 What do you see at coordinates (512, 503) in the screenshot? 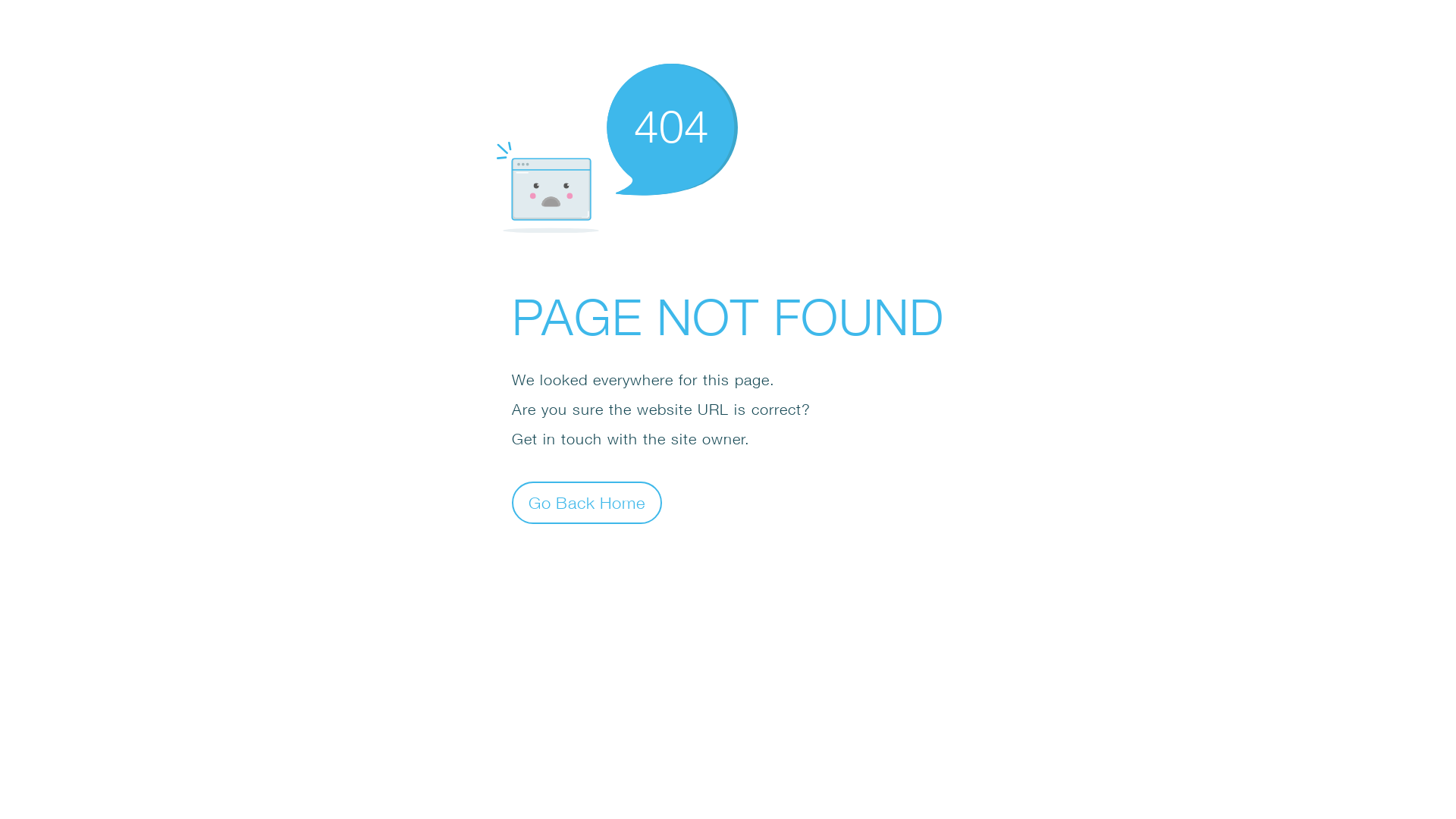
I see `'Go Back Home'` at bounding box center [512, 503].